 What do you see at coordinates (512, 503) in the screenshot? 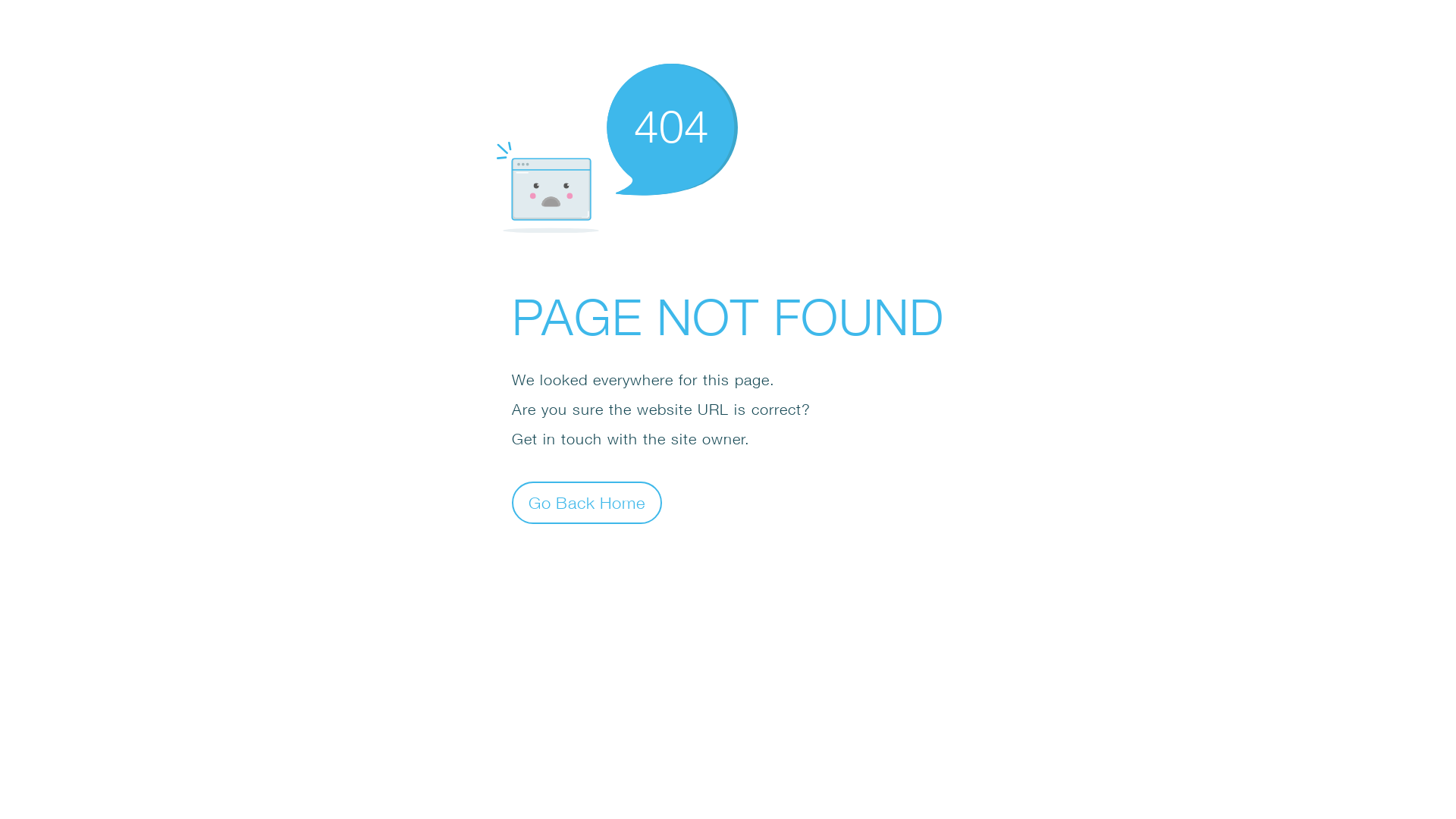
I see `'Go Back Home'` at bounding box center [512, 503].